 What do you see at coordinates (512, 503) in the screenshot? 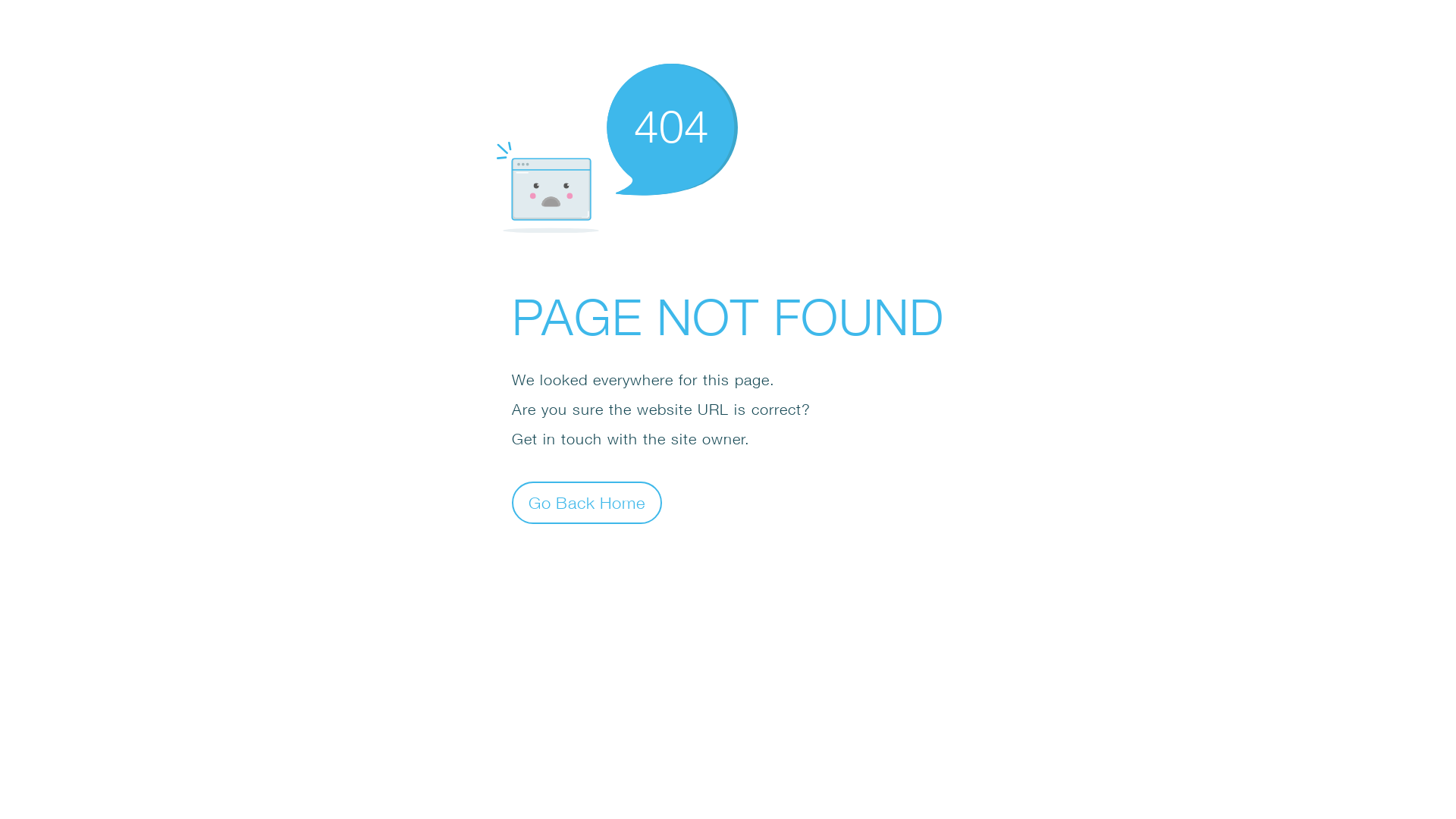
I see `'Go Back Home'` at bounding box center [512, 503].